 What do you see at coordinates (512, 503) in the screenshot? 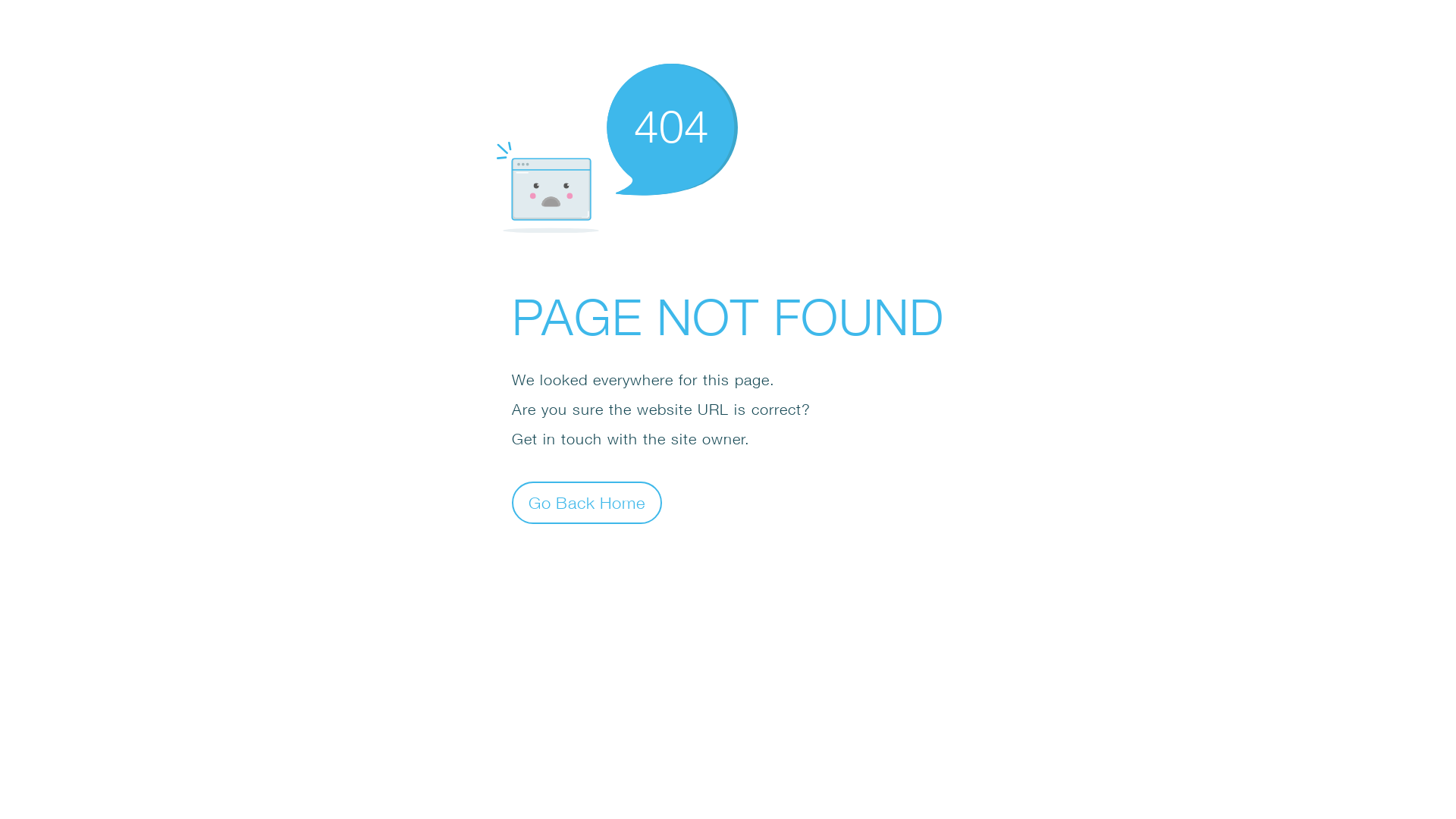
I see `'Go Back Home'` at bounding box center [512, 503].